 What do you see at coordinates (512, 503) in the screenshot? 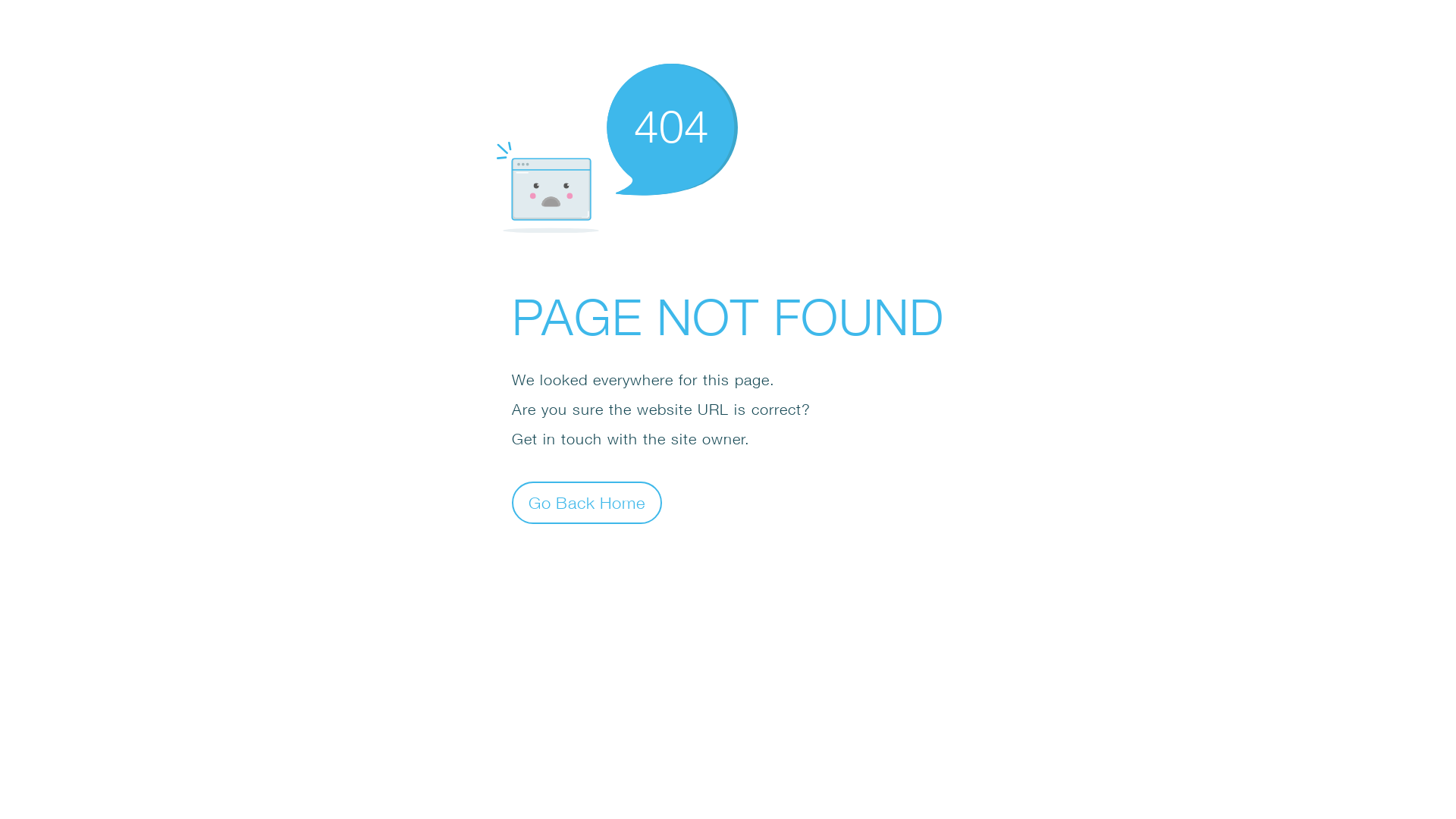
I see `'Go Back Home'` at bounding box center [512, 503].